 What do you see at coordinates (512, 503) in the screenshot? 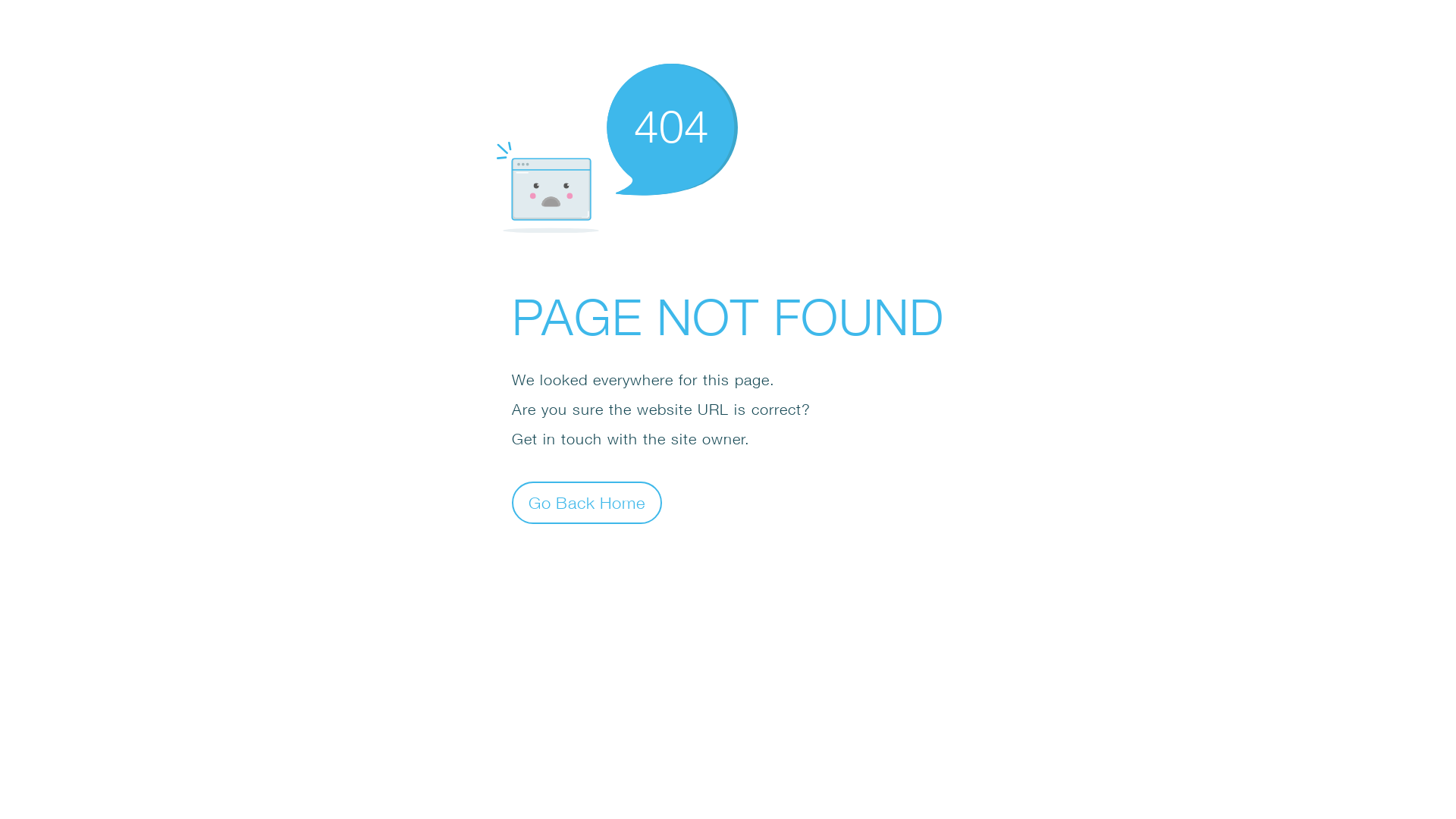
I see `'Go Back Home'` at bounding box center [512, 503].